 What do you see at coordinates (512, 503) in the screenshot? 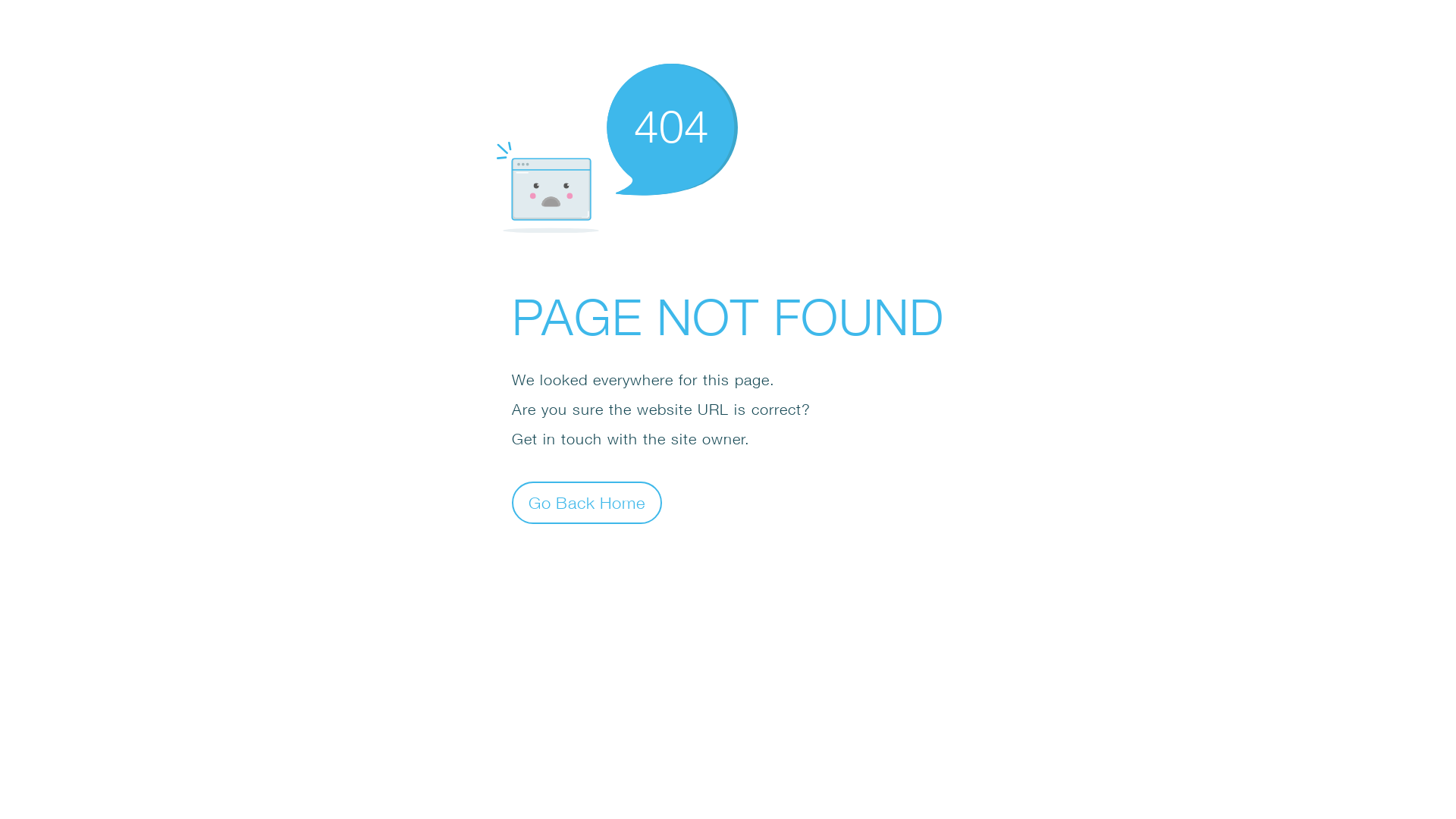
I see `'Go Back Home'` at bounding box center [512, 503].